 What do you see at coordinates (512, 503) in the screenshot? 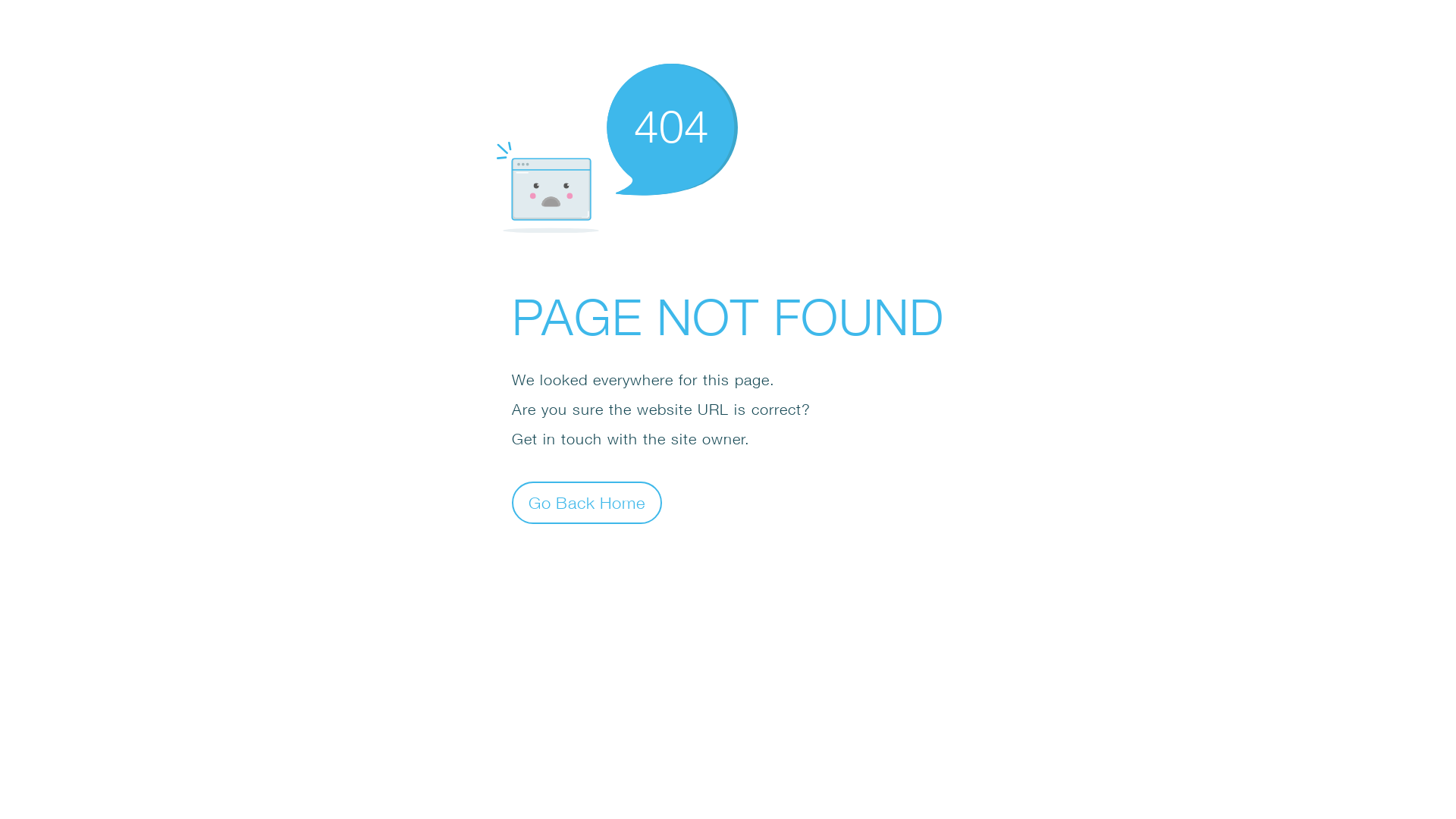
I see `'Go Back Home'` at bounding box center [512, 503].